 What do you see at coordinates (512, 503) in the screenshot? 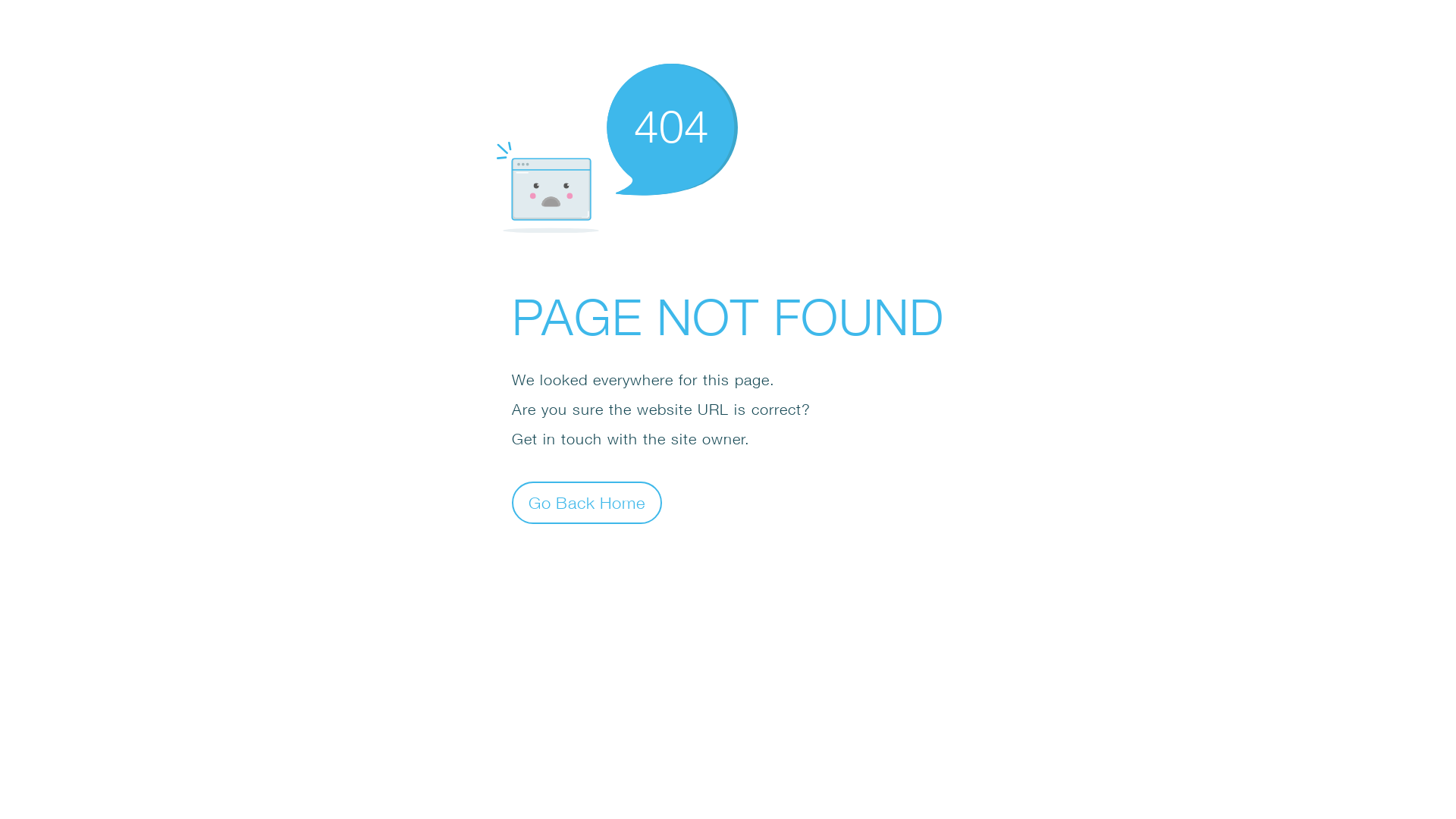
I see `'Go Back Home'` at bounding box center [512, 503].